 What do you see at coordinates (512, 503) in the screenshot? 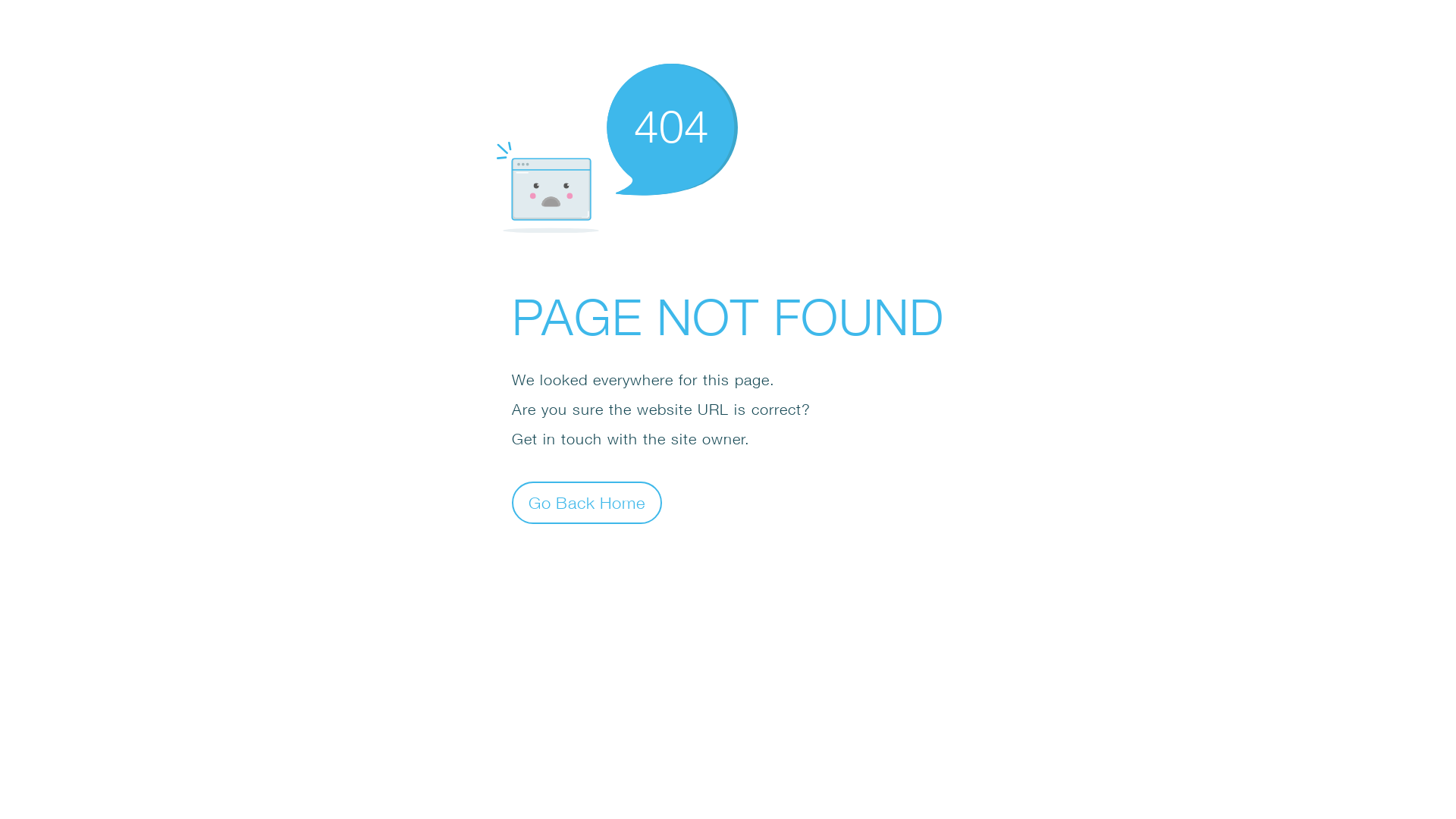
I see `'Go Back Home'` at bounding box center [512, 503].